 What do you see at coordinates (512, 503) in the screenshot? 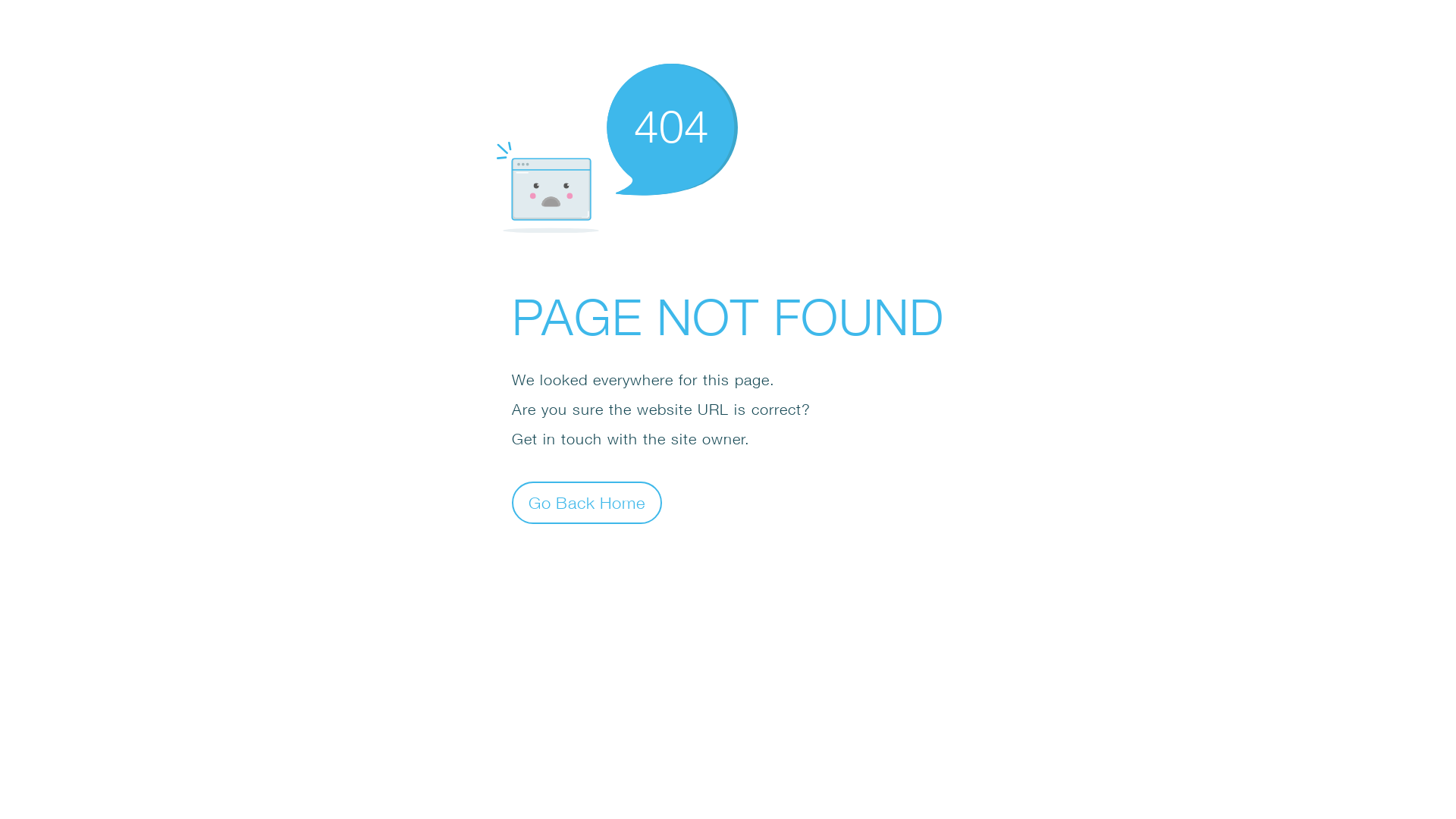
I see `'Go Back Home'` at bounding box center [512, 503].